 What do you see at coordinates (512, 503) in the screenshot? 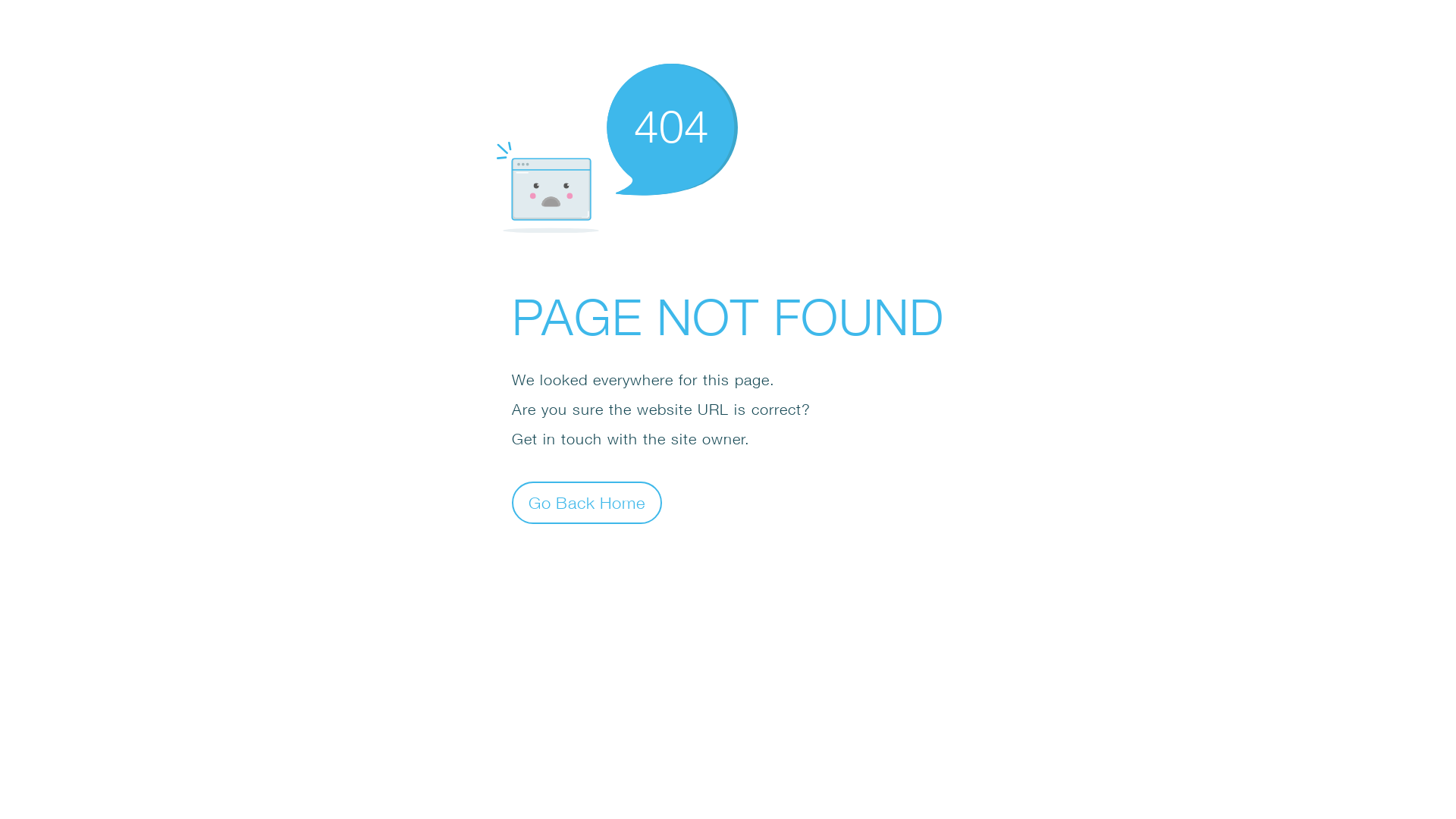
I see `'Go Back Home'` at bounding box center [512, 503].